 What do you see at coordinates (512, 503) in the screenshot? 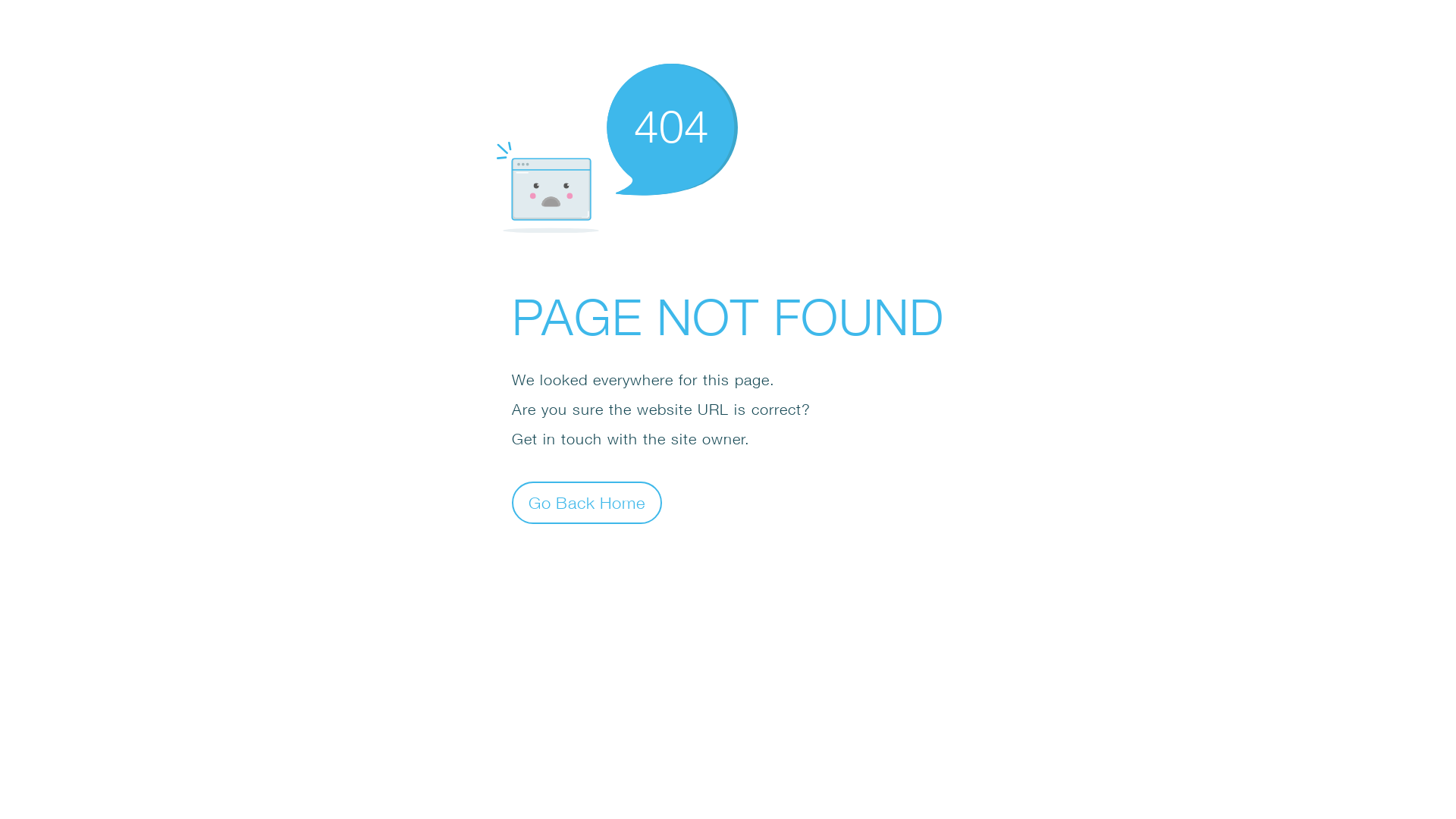
I see `'Go Back Home'` at bounding box center [512, 503].